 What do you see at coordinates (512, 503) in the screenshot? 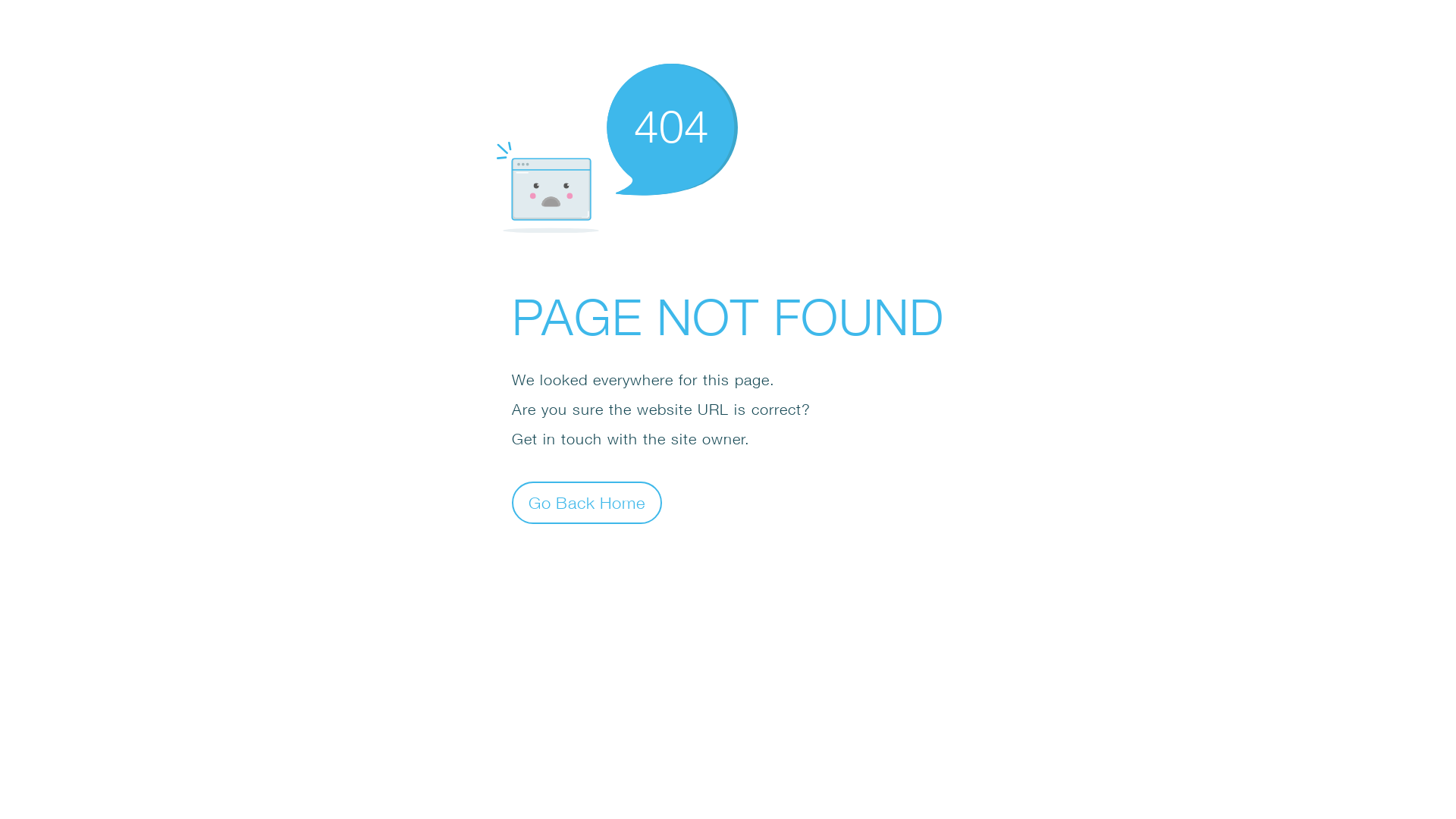
I see `'Go Back Home'` at bounding box center [512, 503].